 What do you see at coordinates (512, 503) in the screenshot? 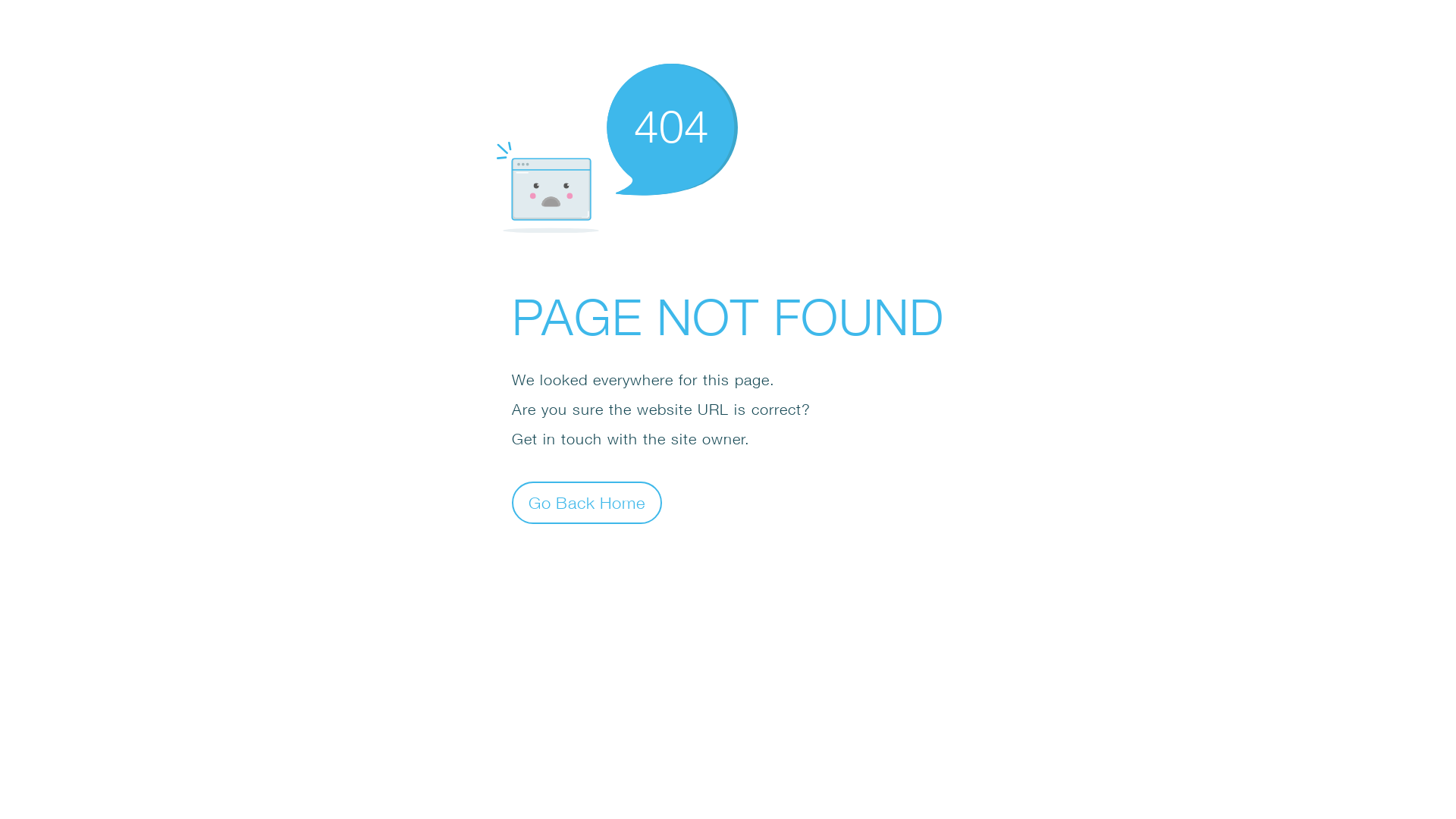
I see `'Go Back Home'` at bounding box center [512, 503].